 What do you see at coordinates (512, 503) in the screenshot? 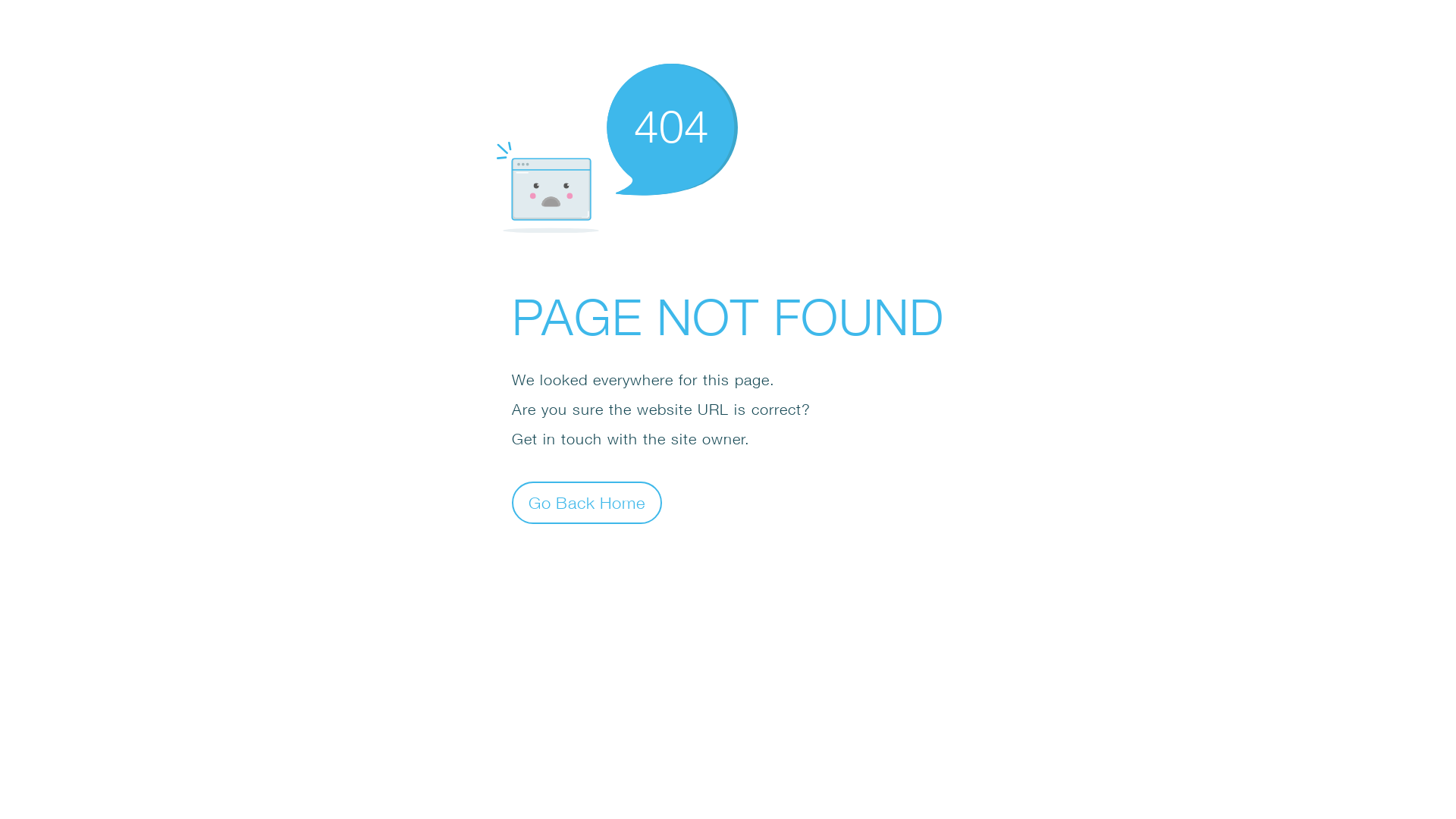
I see `'Go Back Home'` at bounding box center [512, 503].